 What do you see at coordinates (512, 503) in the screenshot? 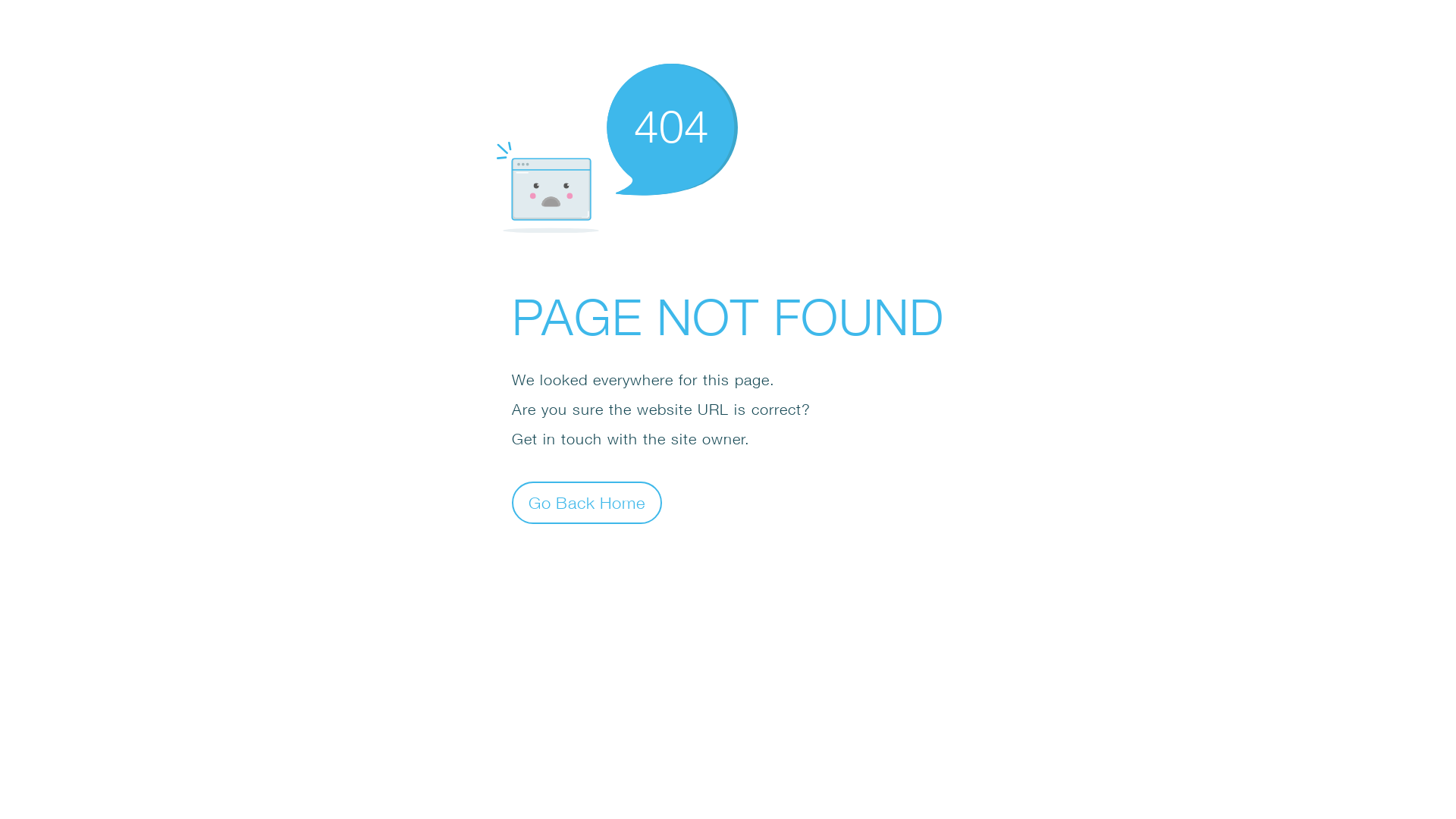
I see `'Go Back Home'` at bounding box center [512, 503].